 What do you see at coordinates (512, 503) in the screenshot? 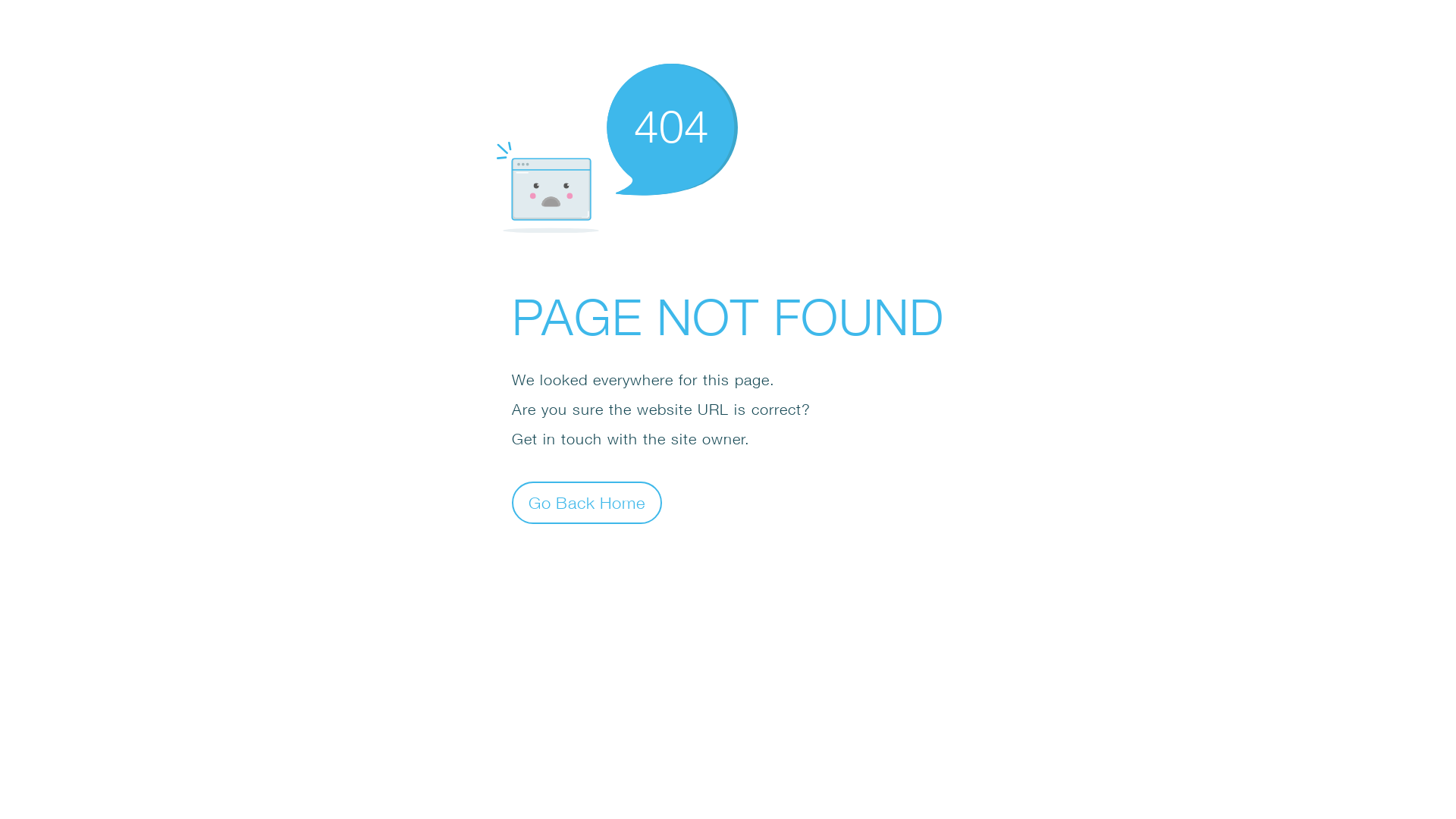
I see `'Go Back Home'` at bounding box center [512, 503].